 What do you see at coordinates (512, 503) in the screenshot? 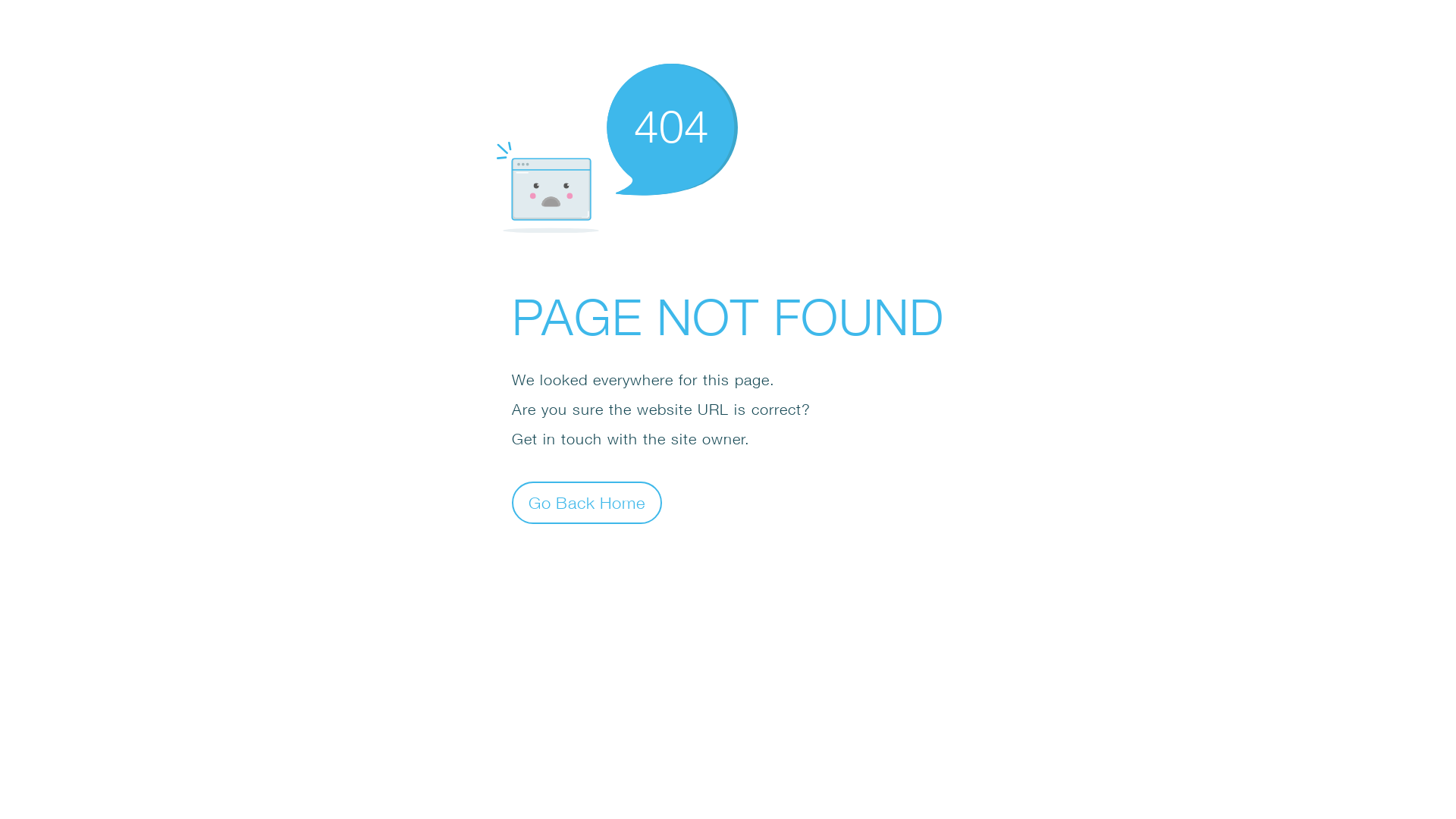
I see `'Go Back Home'` at bounding box center [512, 503].